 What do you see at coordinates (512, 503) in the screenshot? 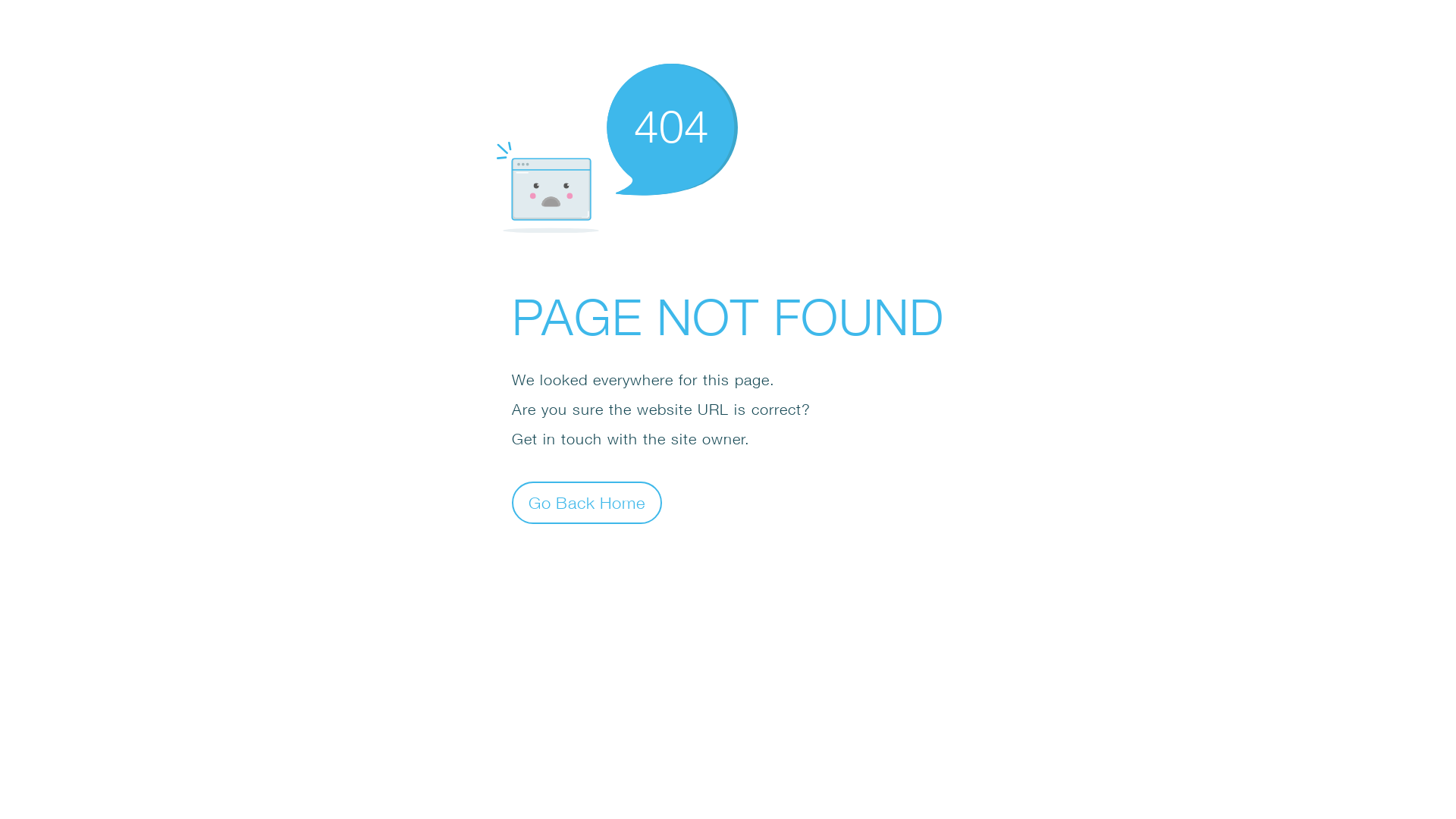
I see `'Go Back Home'` at bounding box center [512, 503].